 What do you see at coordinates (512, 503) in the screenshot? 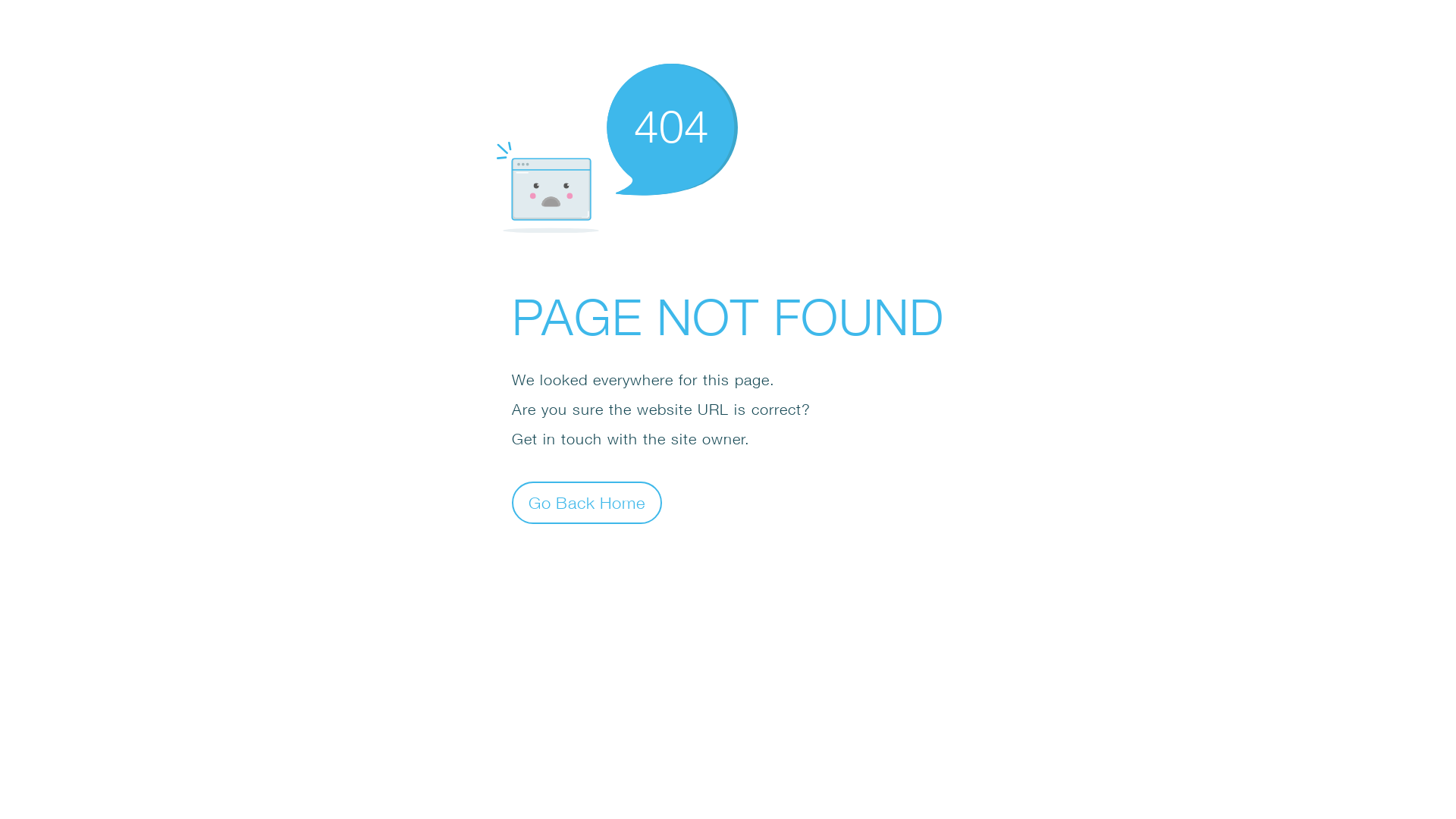
I see `'Go Back Home'` at bounding box center [512, 503].